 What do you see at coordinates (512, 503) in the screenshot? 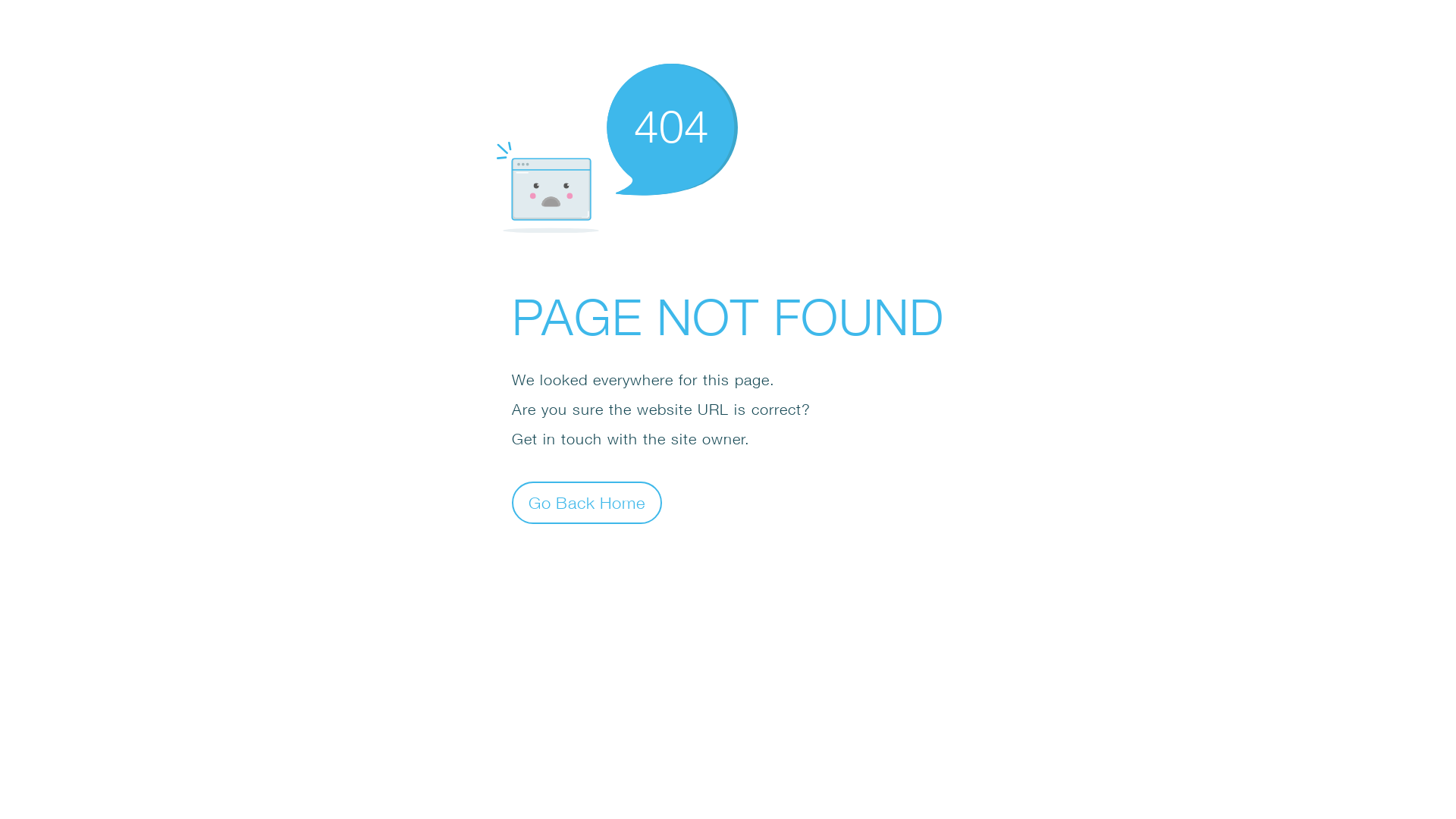
I see `'Go Back Home'` at bounding box center [512, 503].